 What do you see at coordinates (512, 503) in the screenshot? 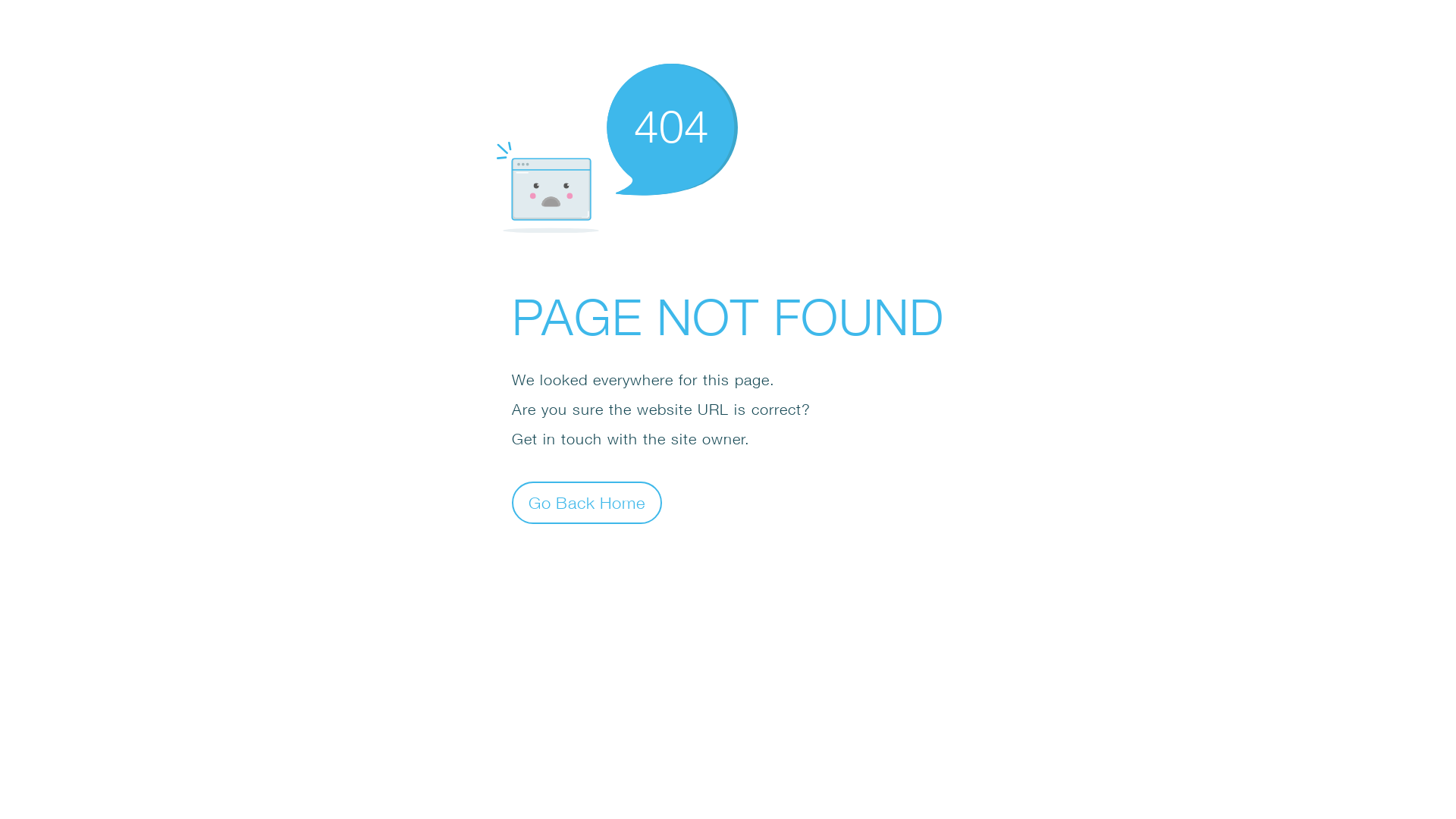
I see `'Go Back Home'` at bounding box center [512, 503].